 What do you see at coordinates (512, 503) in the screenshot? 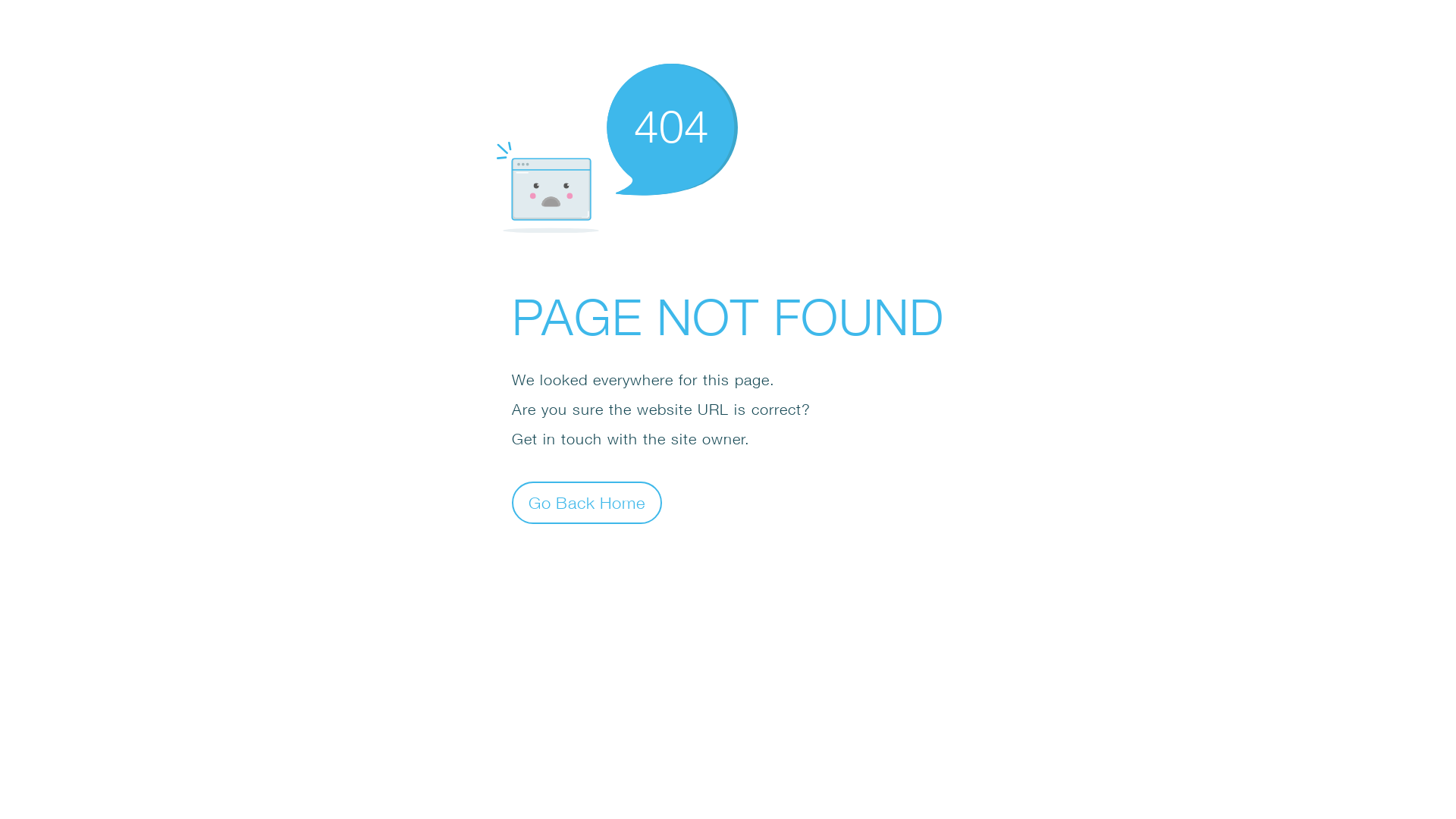
I see `'Go Back Home'` at bounding box center [512, 503].